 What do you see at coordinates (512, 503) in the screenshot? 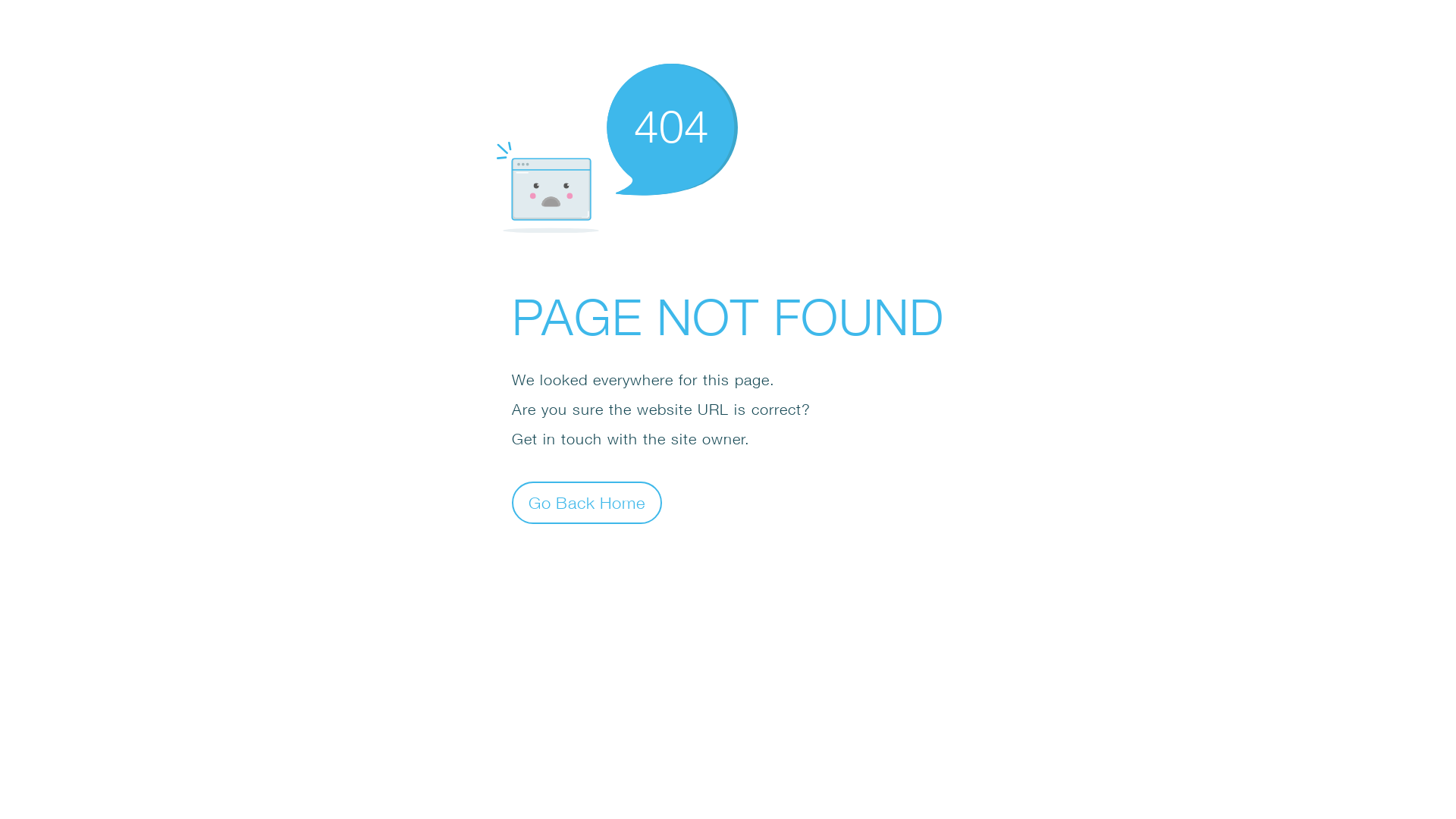
I see `'Go Back Home'` at bounding box center [512, 503].